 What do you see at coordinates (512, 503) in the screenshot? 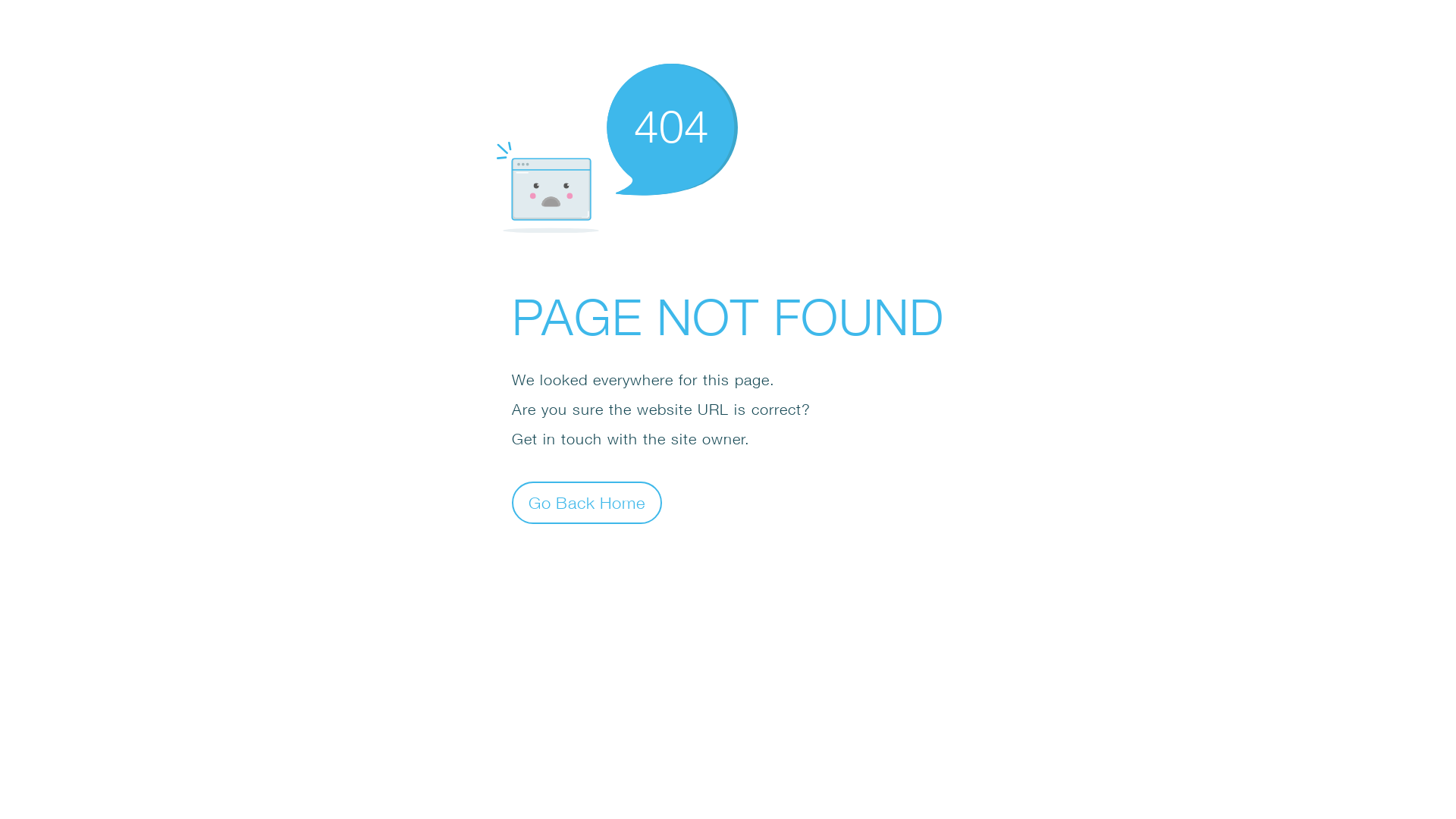
I see `'Go Back Home'` at bounding box center [512, 503].